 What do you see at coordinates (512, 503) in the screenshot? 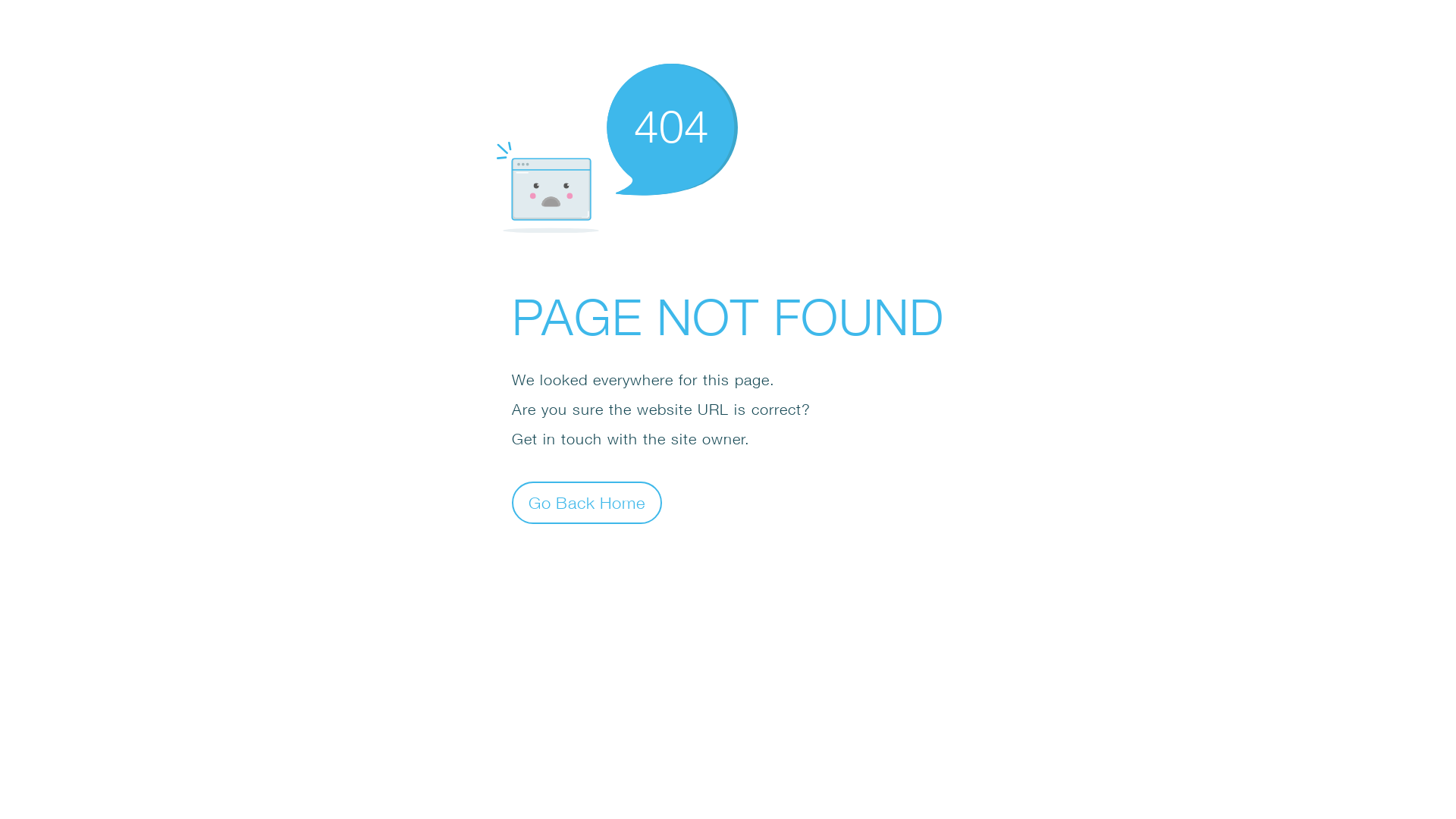
I see `'Go Back Home'` at bounding box center [512, 503].